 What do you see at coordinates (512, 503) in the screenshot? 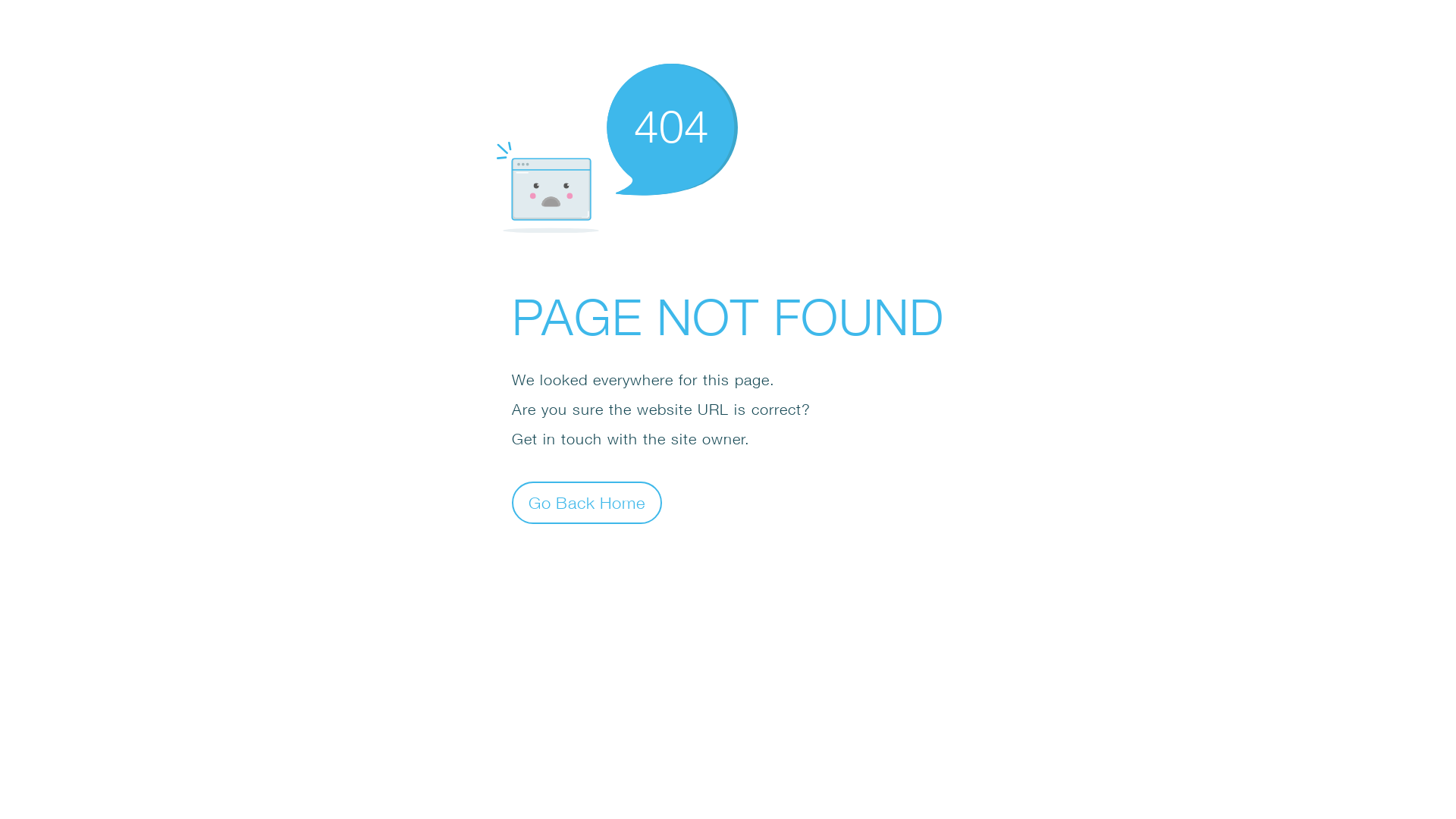
I see `'Go Back Home'` at bounding box center [512, 503].